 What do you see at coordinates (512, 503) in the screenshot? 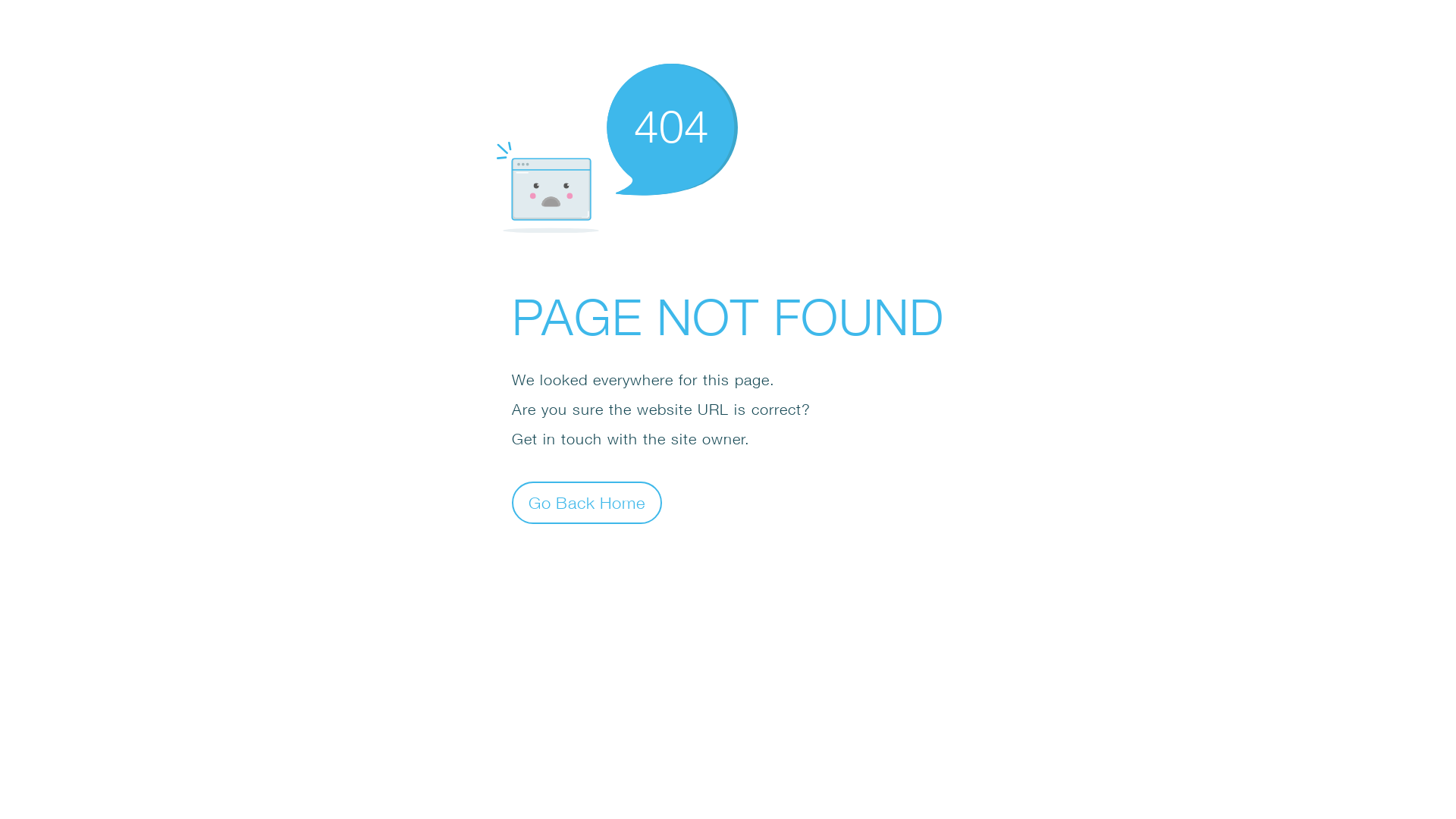
I see `'Go Back Home'` at bounding box center [512, 503].